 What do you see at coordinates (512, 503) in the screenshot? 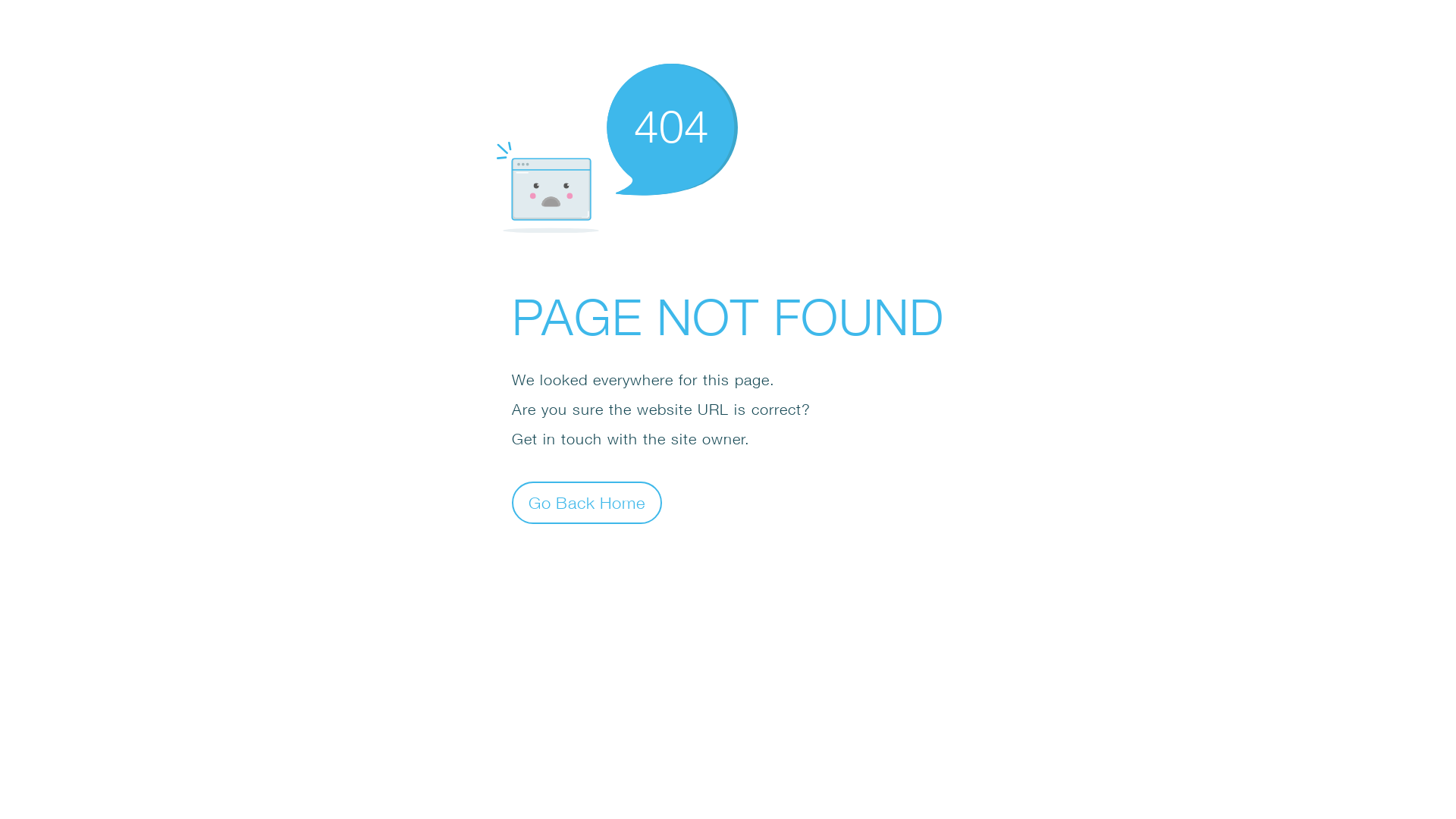
I see `'Go Back Home'` at bounding box center [512, 503].